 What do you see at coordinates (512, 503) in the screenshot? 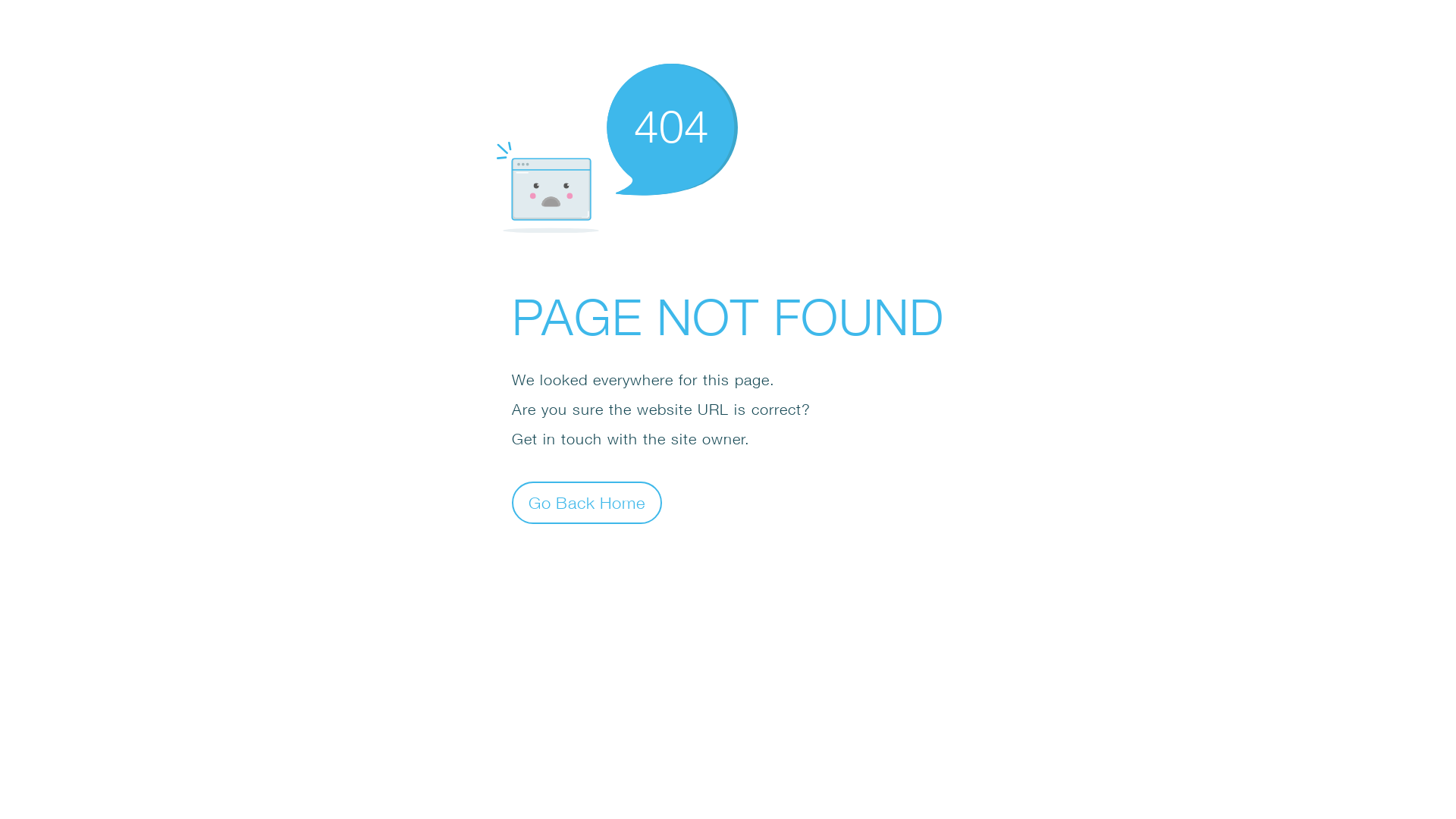
I see `'Go Back Home'` at bounding box center [512, 503].